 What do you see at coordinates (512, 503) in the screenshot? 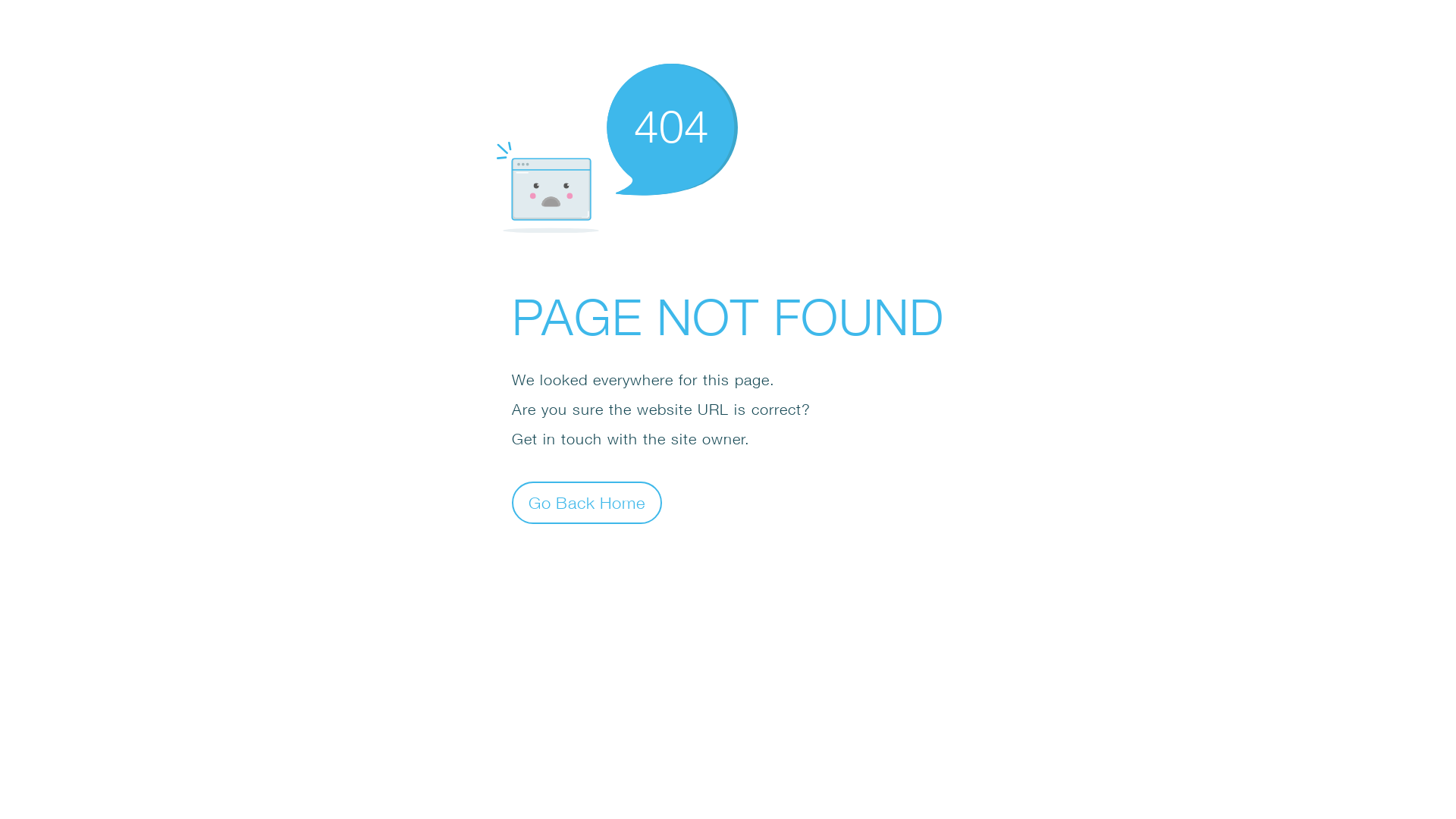
I see `'Go Back Home'` at bounding box center [512, 503].